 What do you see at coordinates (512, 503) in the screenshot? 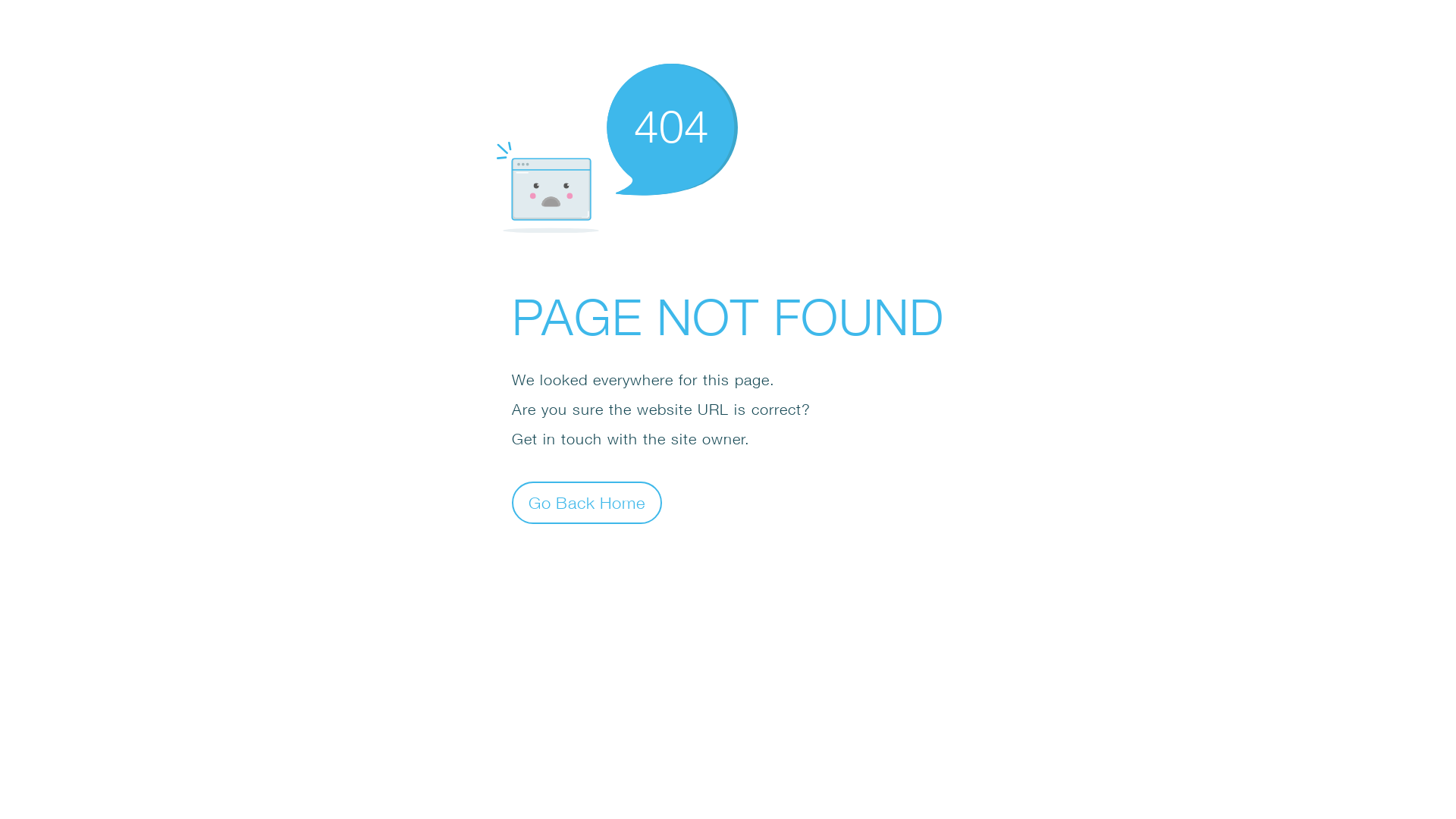
I see `'Go Back Home'` at bounding box center [512, 503].